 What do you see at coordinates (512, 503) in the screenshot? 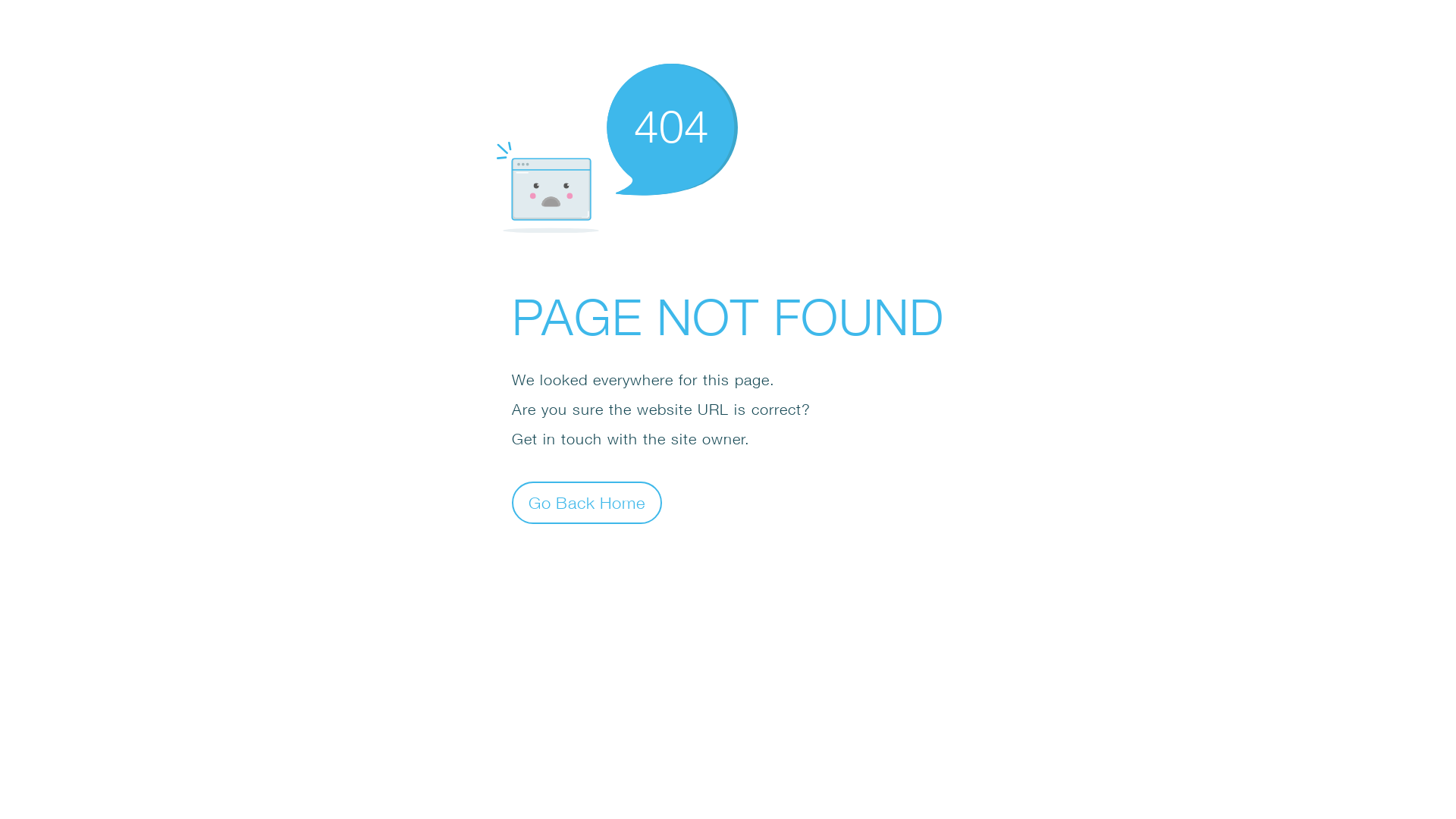
I see `'Go Back Home'` at bounding box center [512, 503].